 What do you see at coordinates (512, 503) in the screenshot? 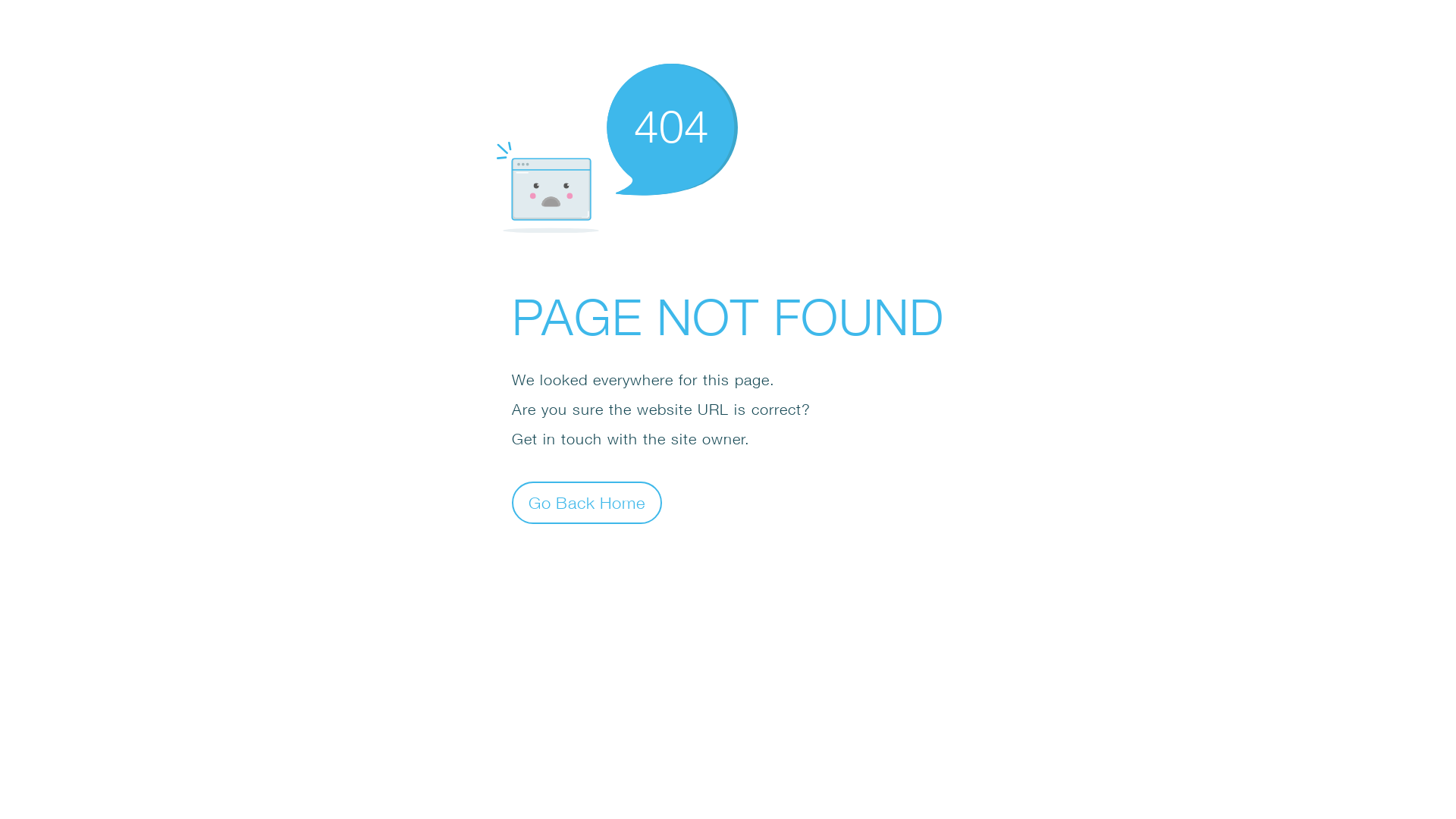
I see `'Go Back Home'` at bounding box center [512, 503].